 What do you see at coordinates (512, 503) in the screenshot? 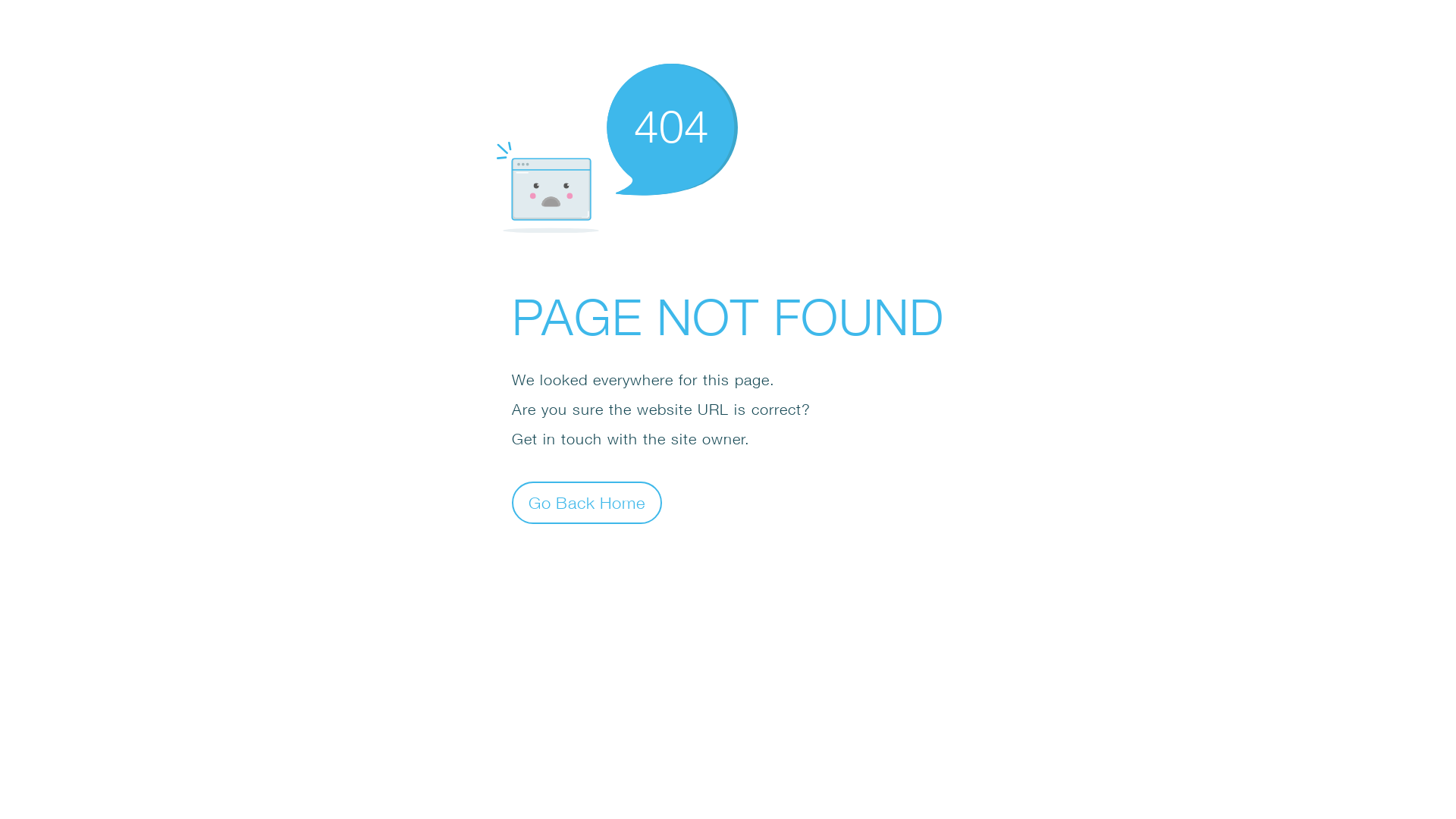
I see `'Go Back Home'` at bounding box center [512, 503].